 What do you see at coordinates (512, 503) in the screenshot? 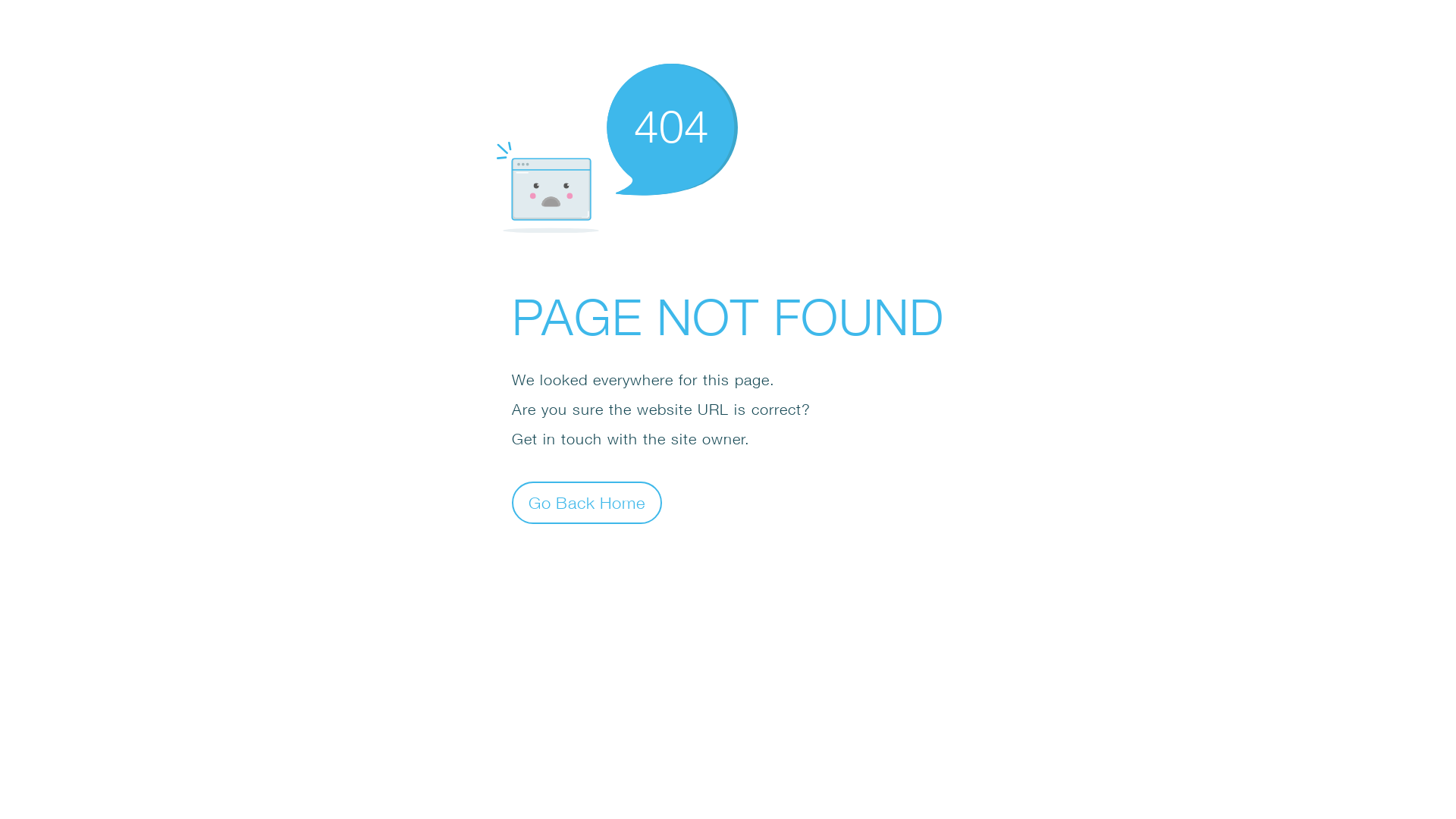
I see `'Go Back Home'` at bounding box center [512, 503].